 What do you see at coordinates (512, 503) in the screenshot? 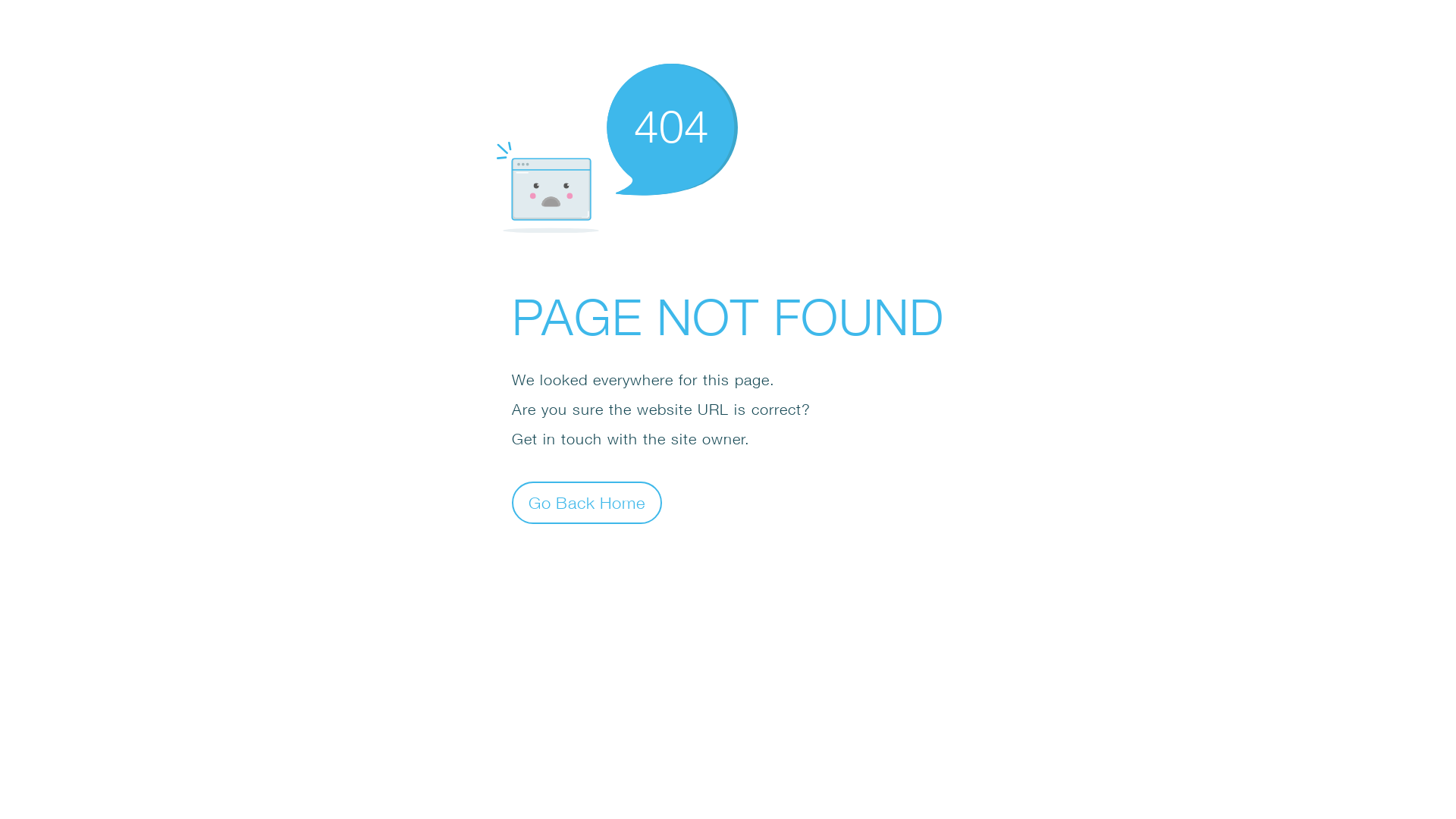
I see `'Go Back Home'` at bounding box center [512, 503].